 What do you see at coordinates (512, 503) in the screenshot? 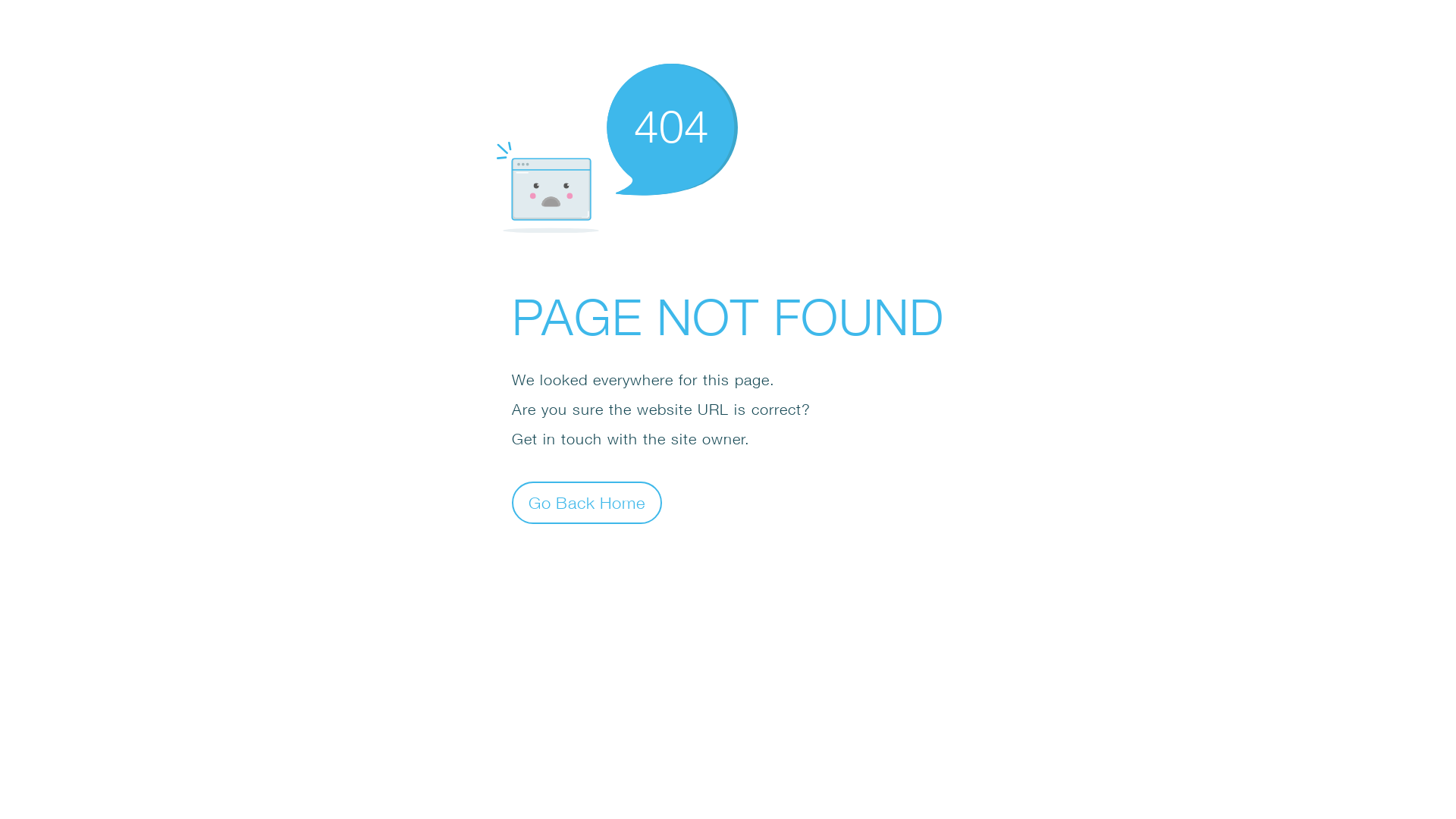
I see `'Go Back Home'` at bounding box center [512, 503].